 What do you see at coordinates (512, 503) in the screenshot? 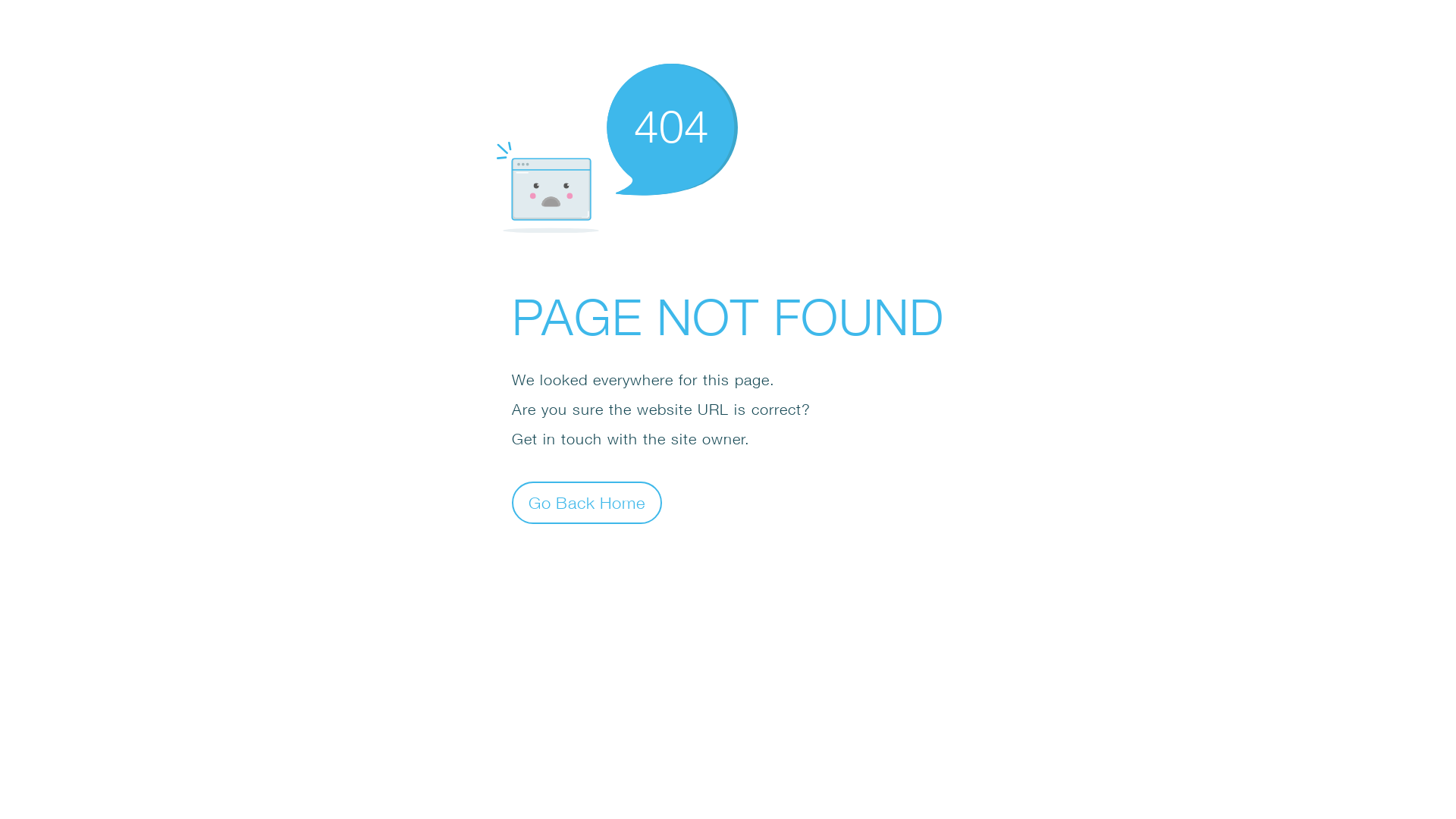
I see `'Go Back Home'` at bounding box center [512, 503].